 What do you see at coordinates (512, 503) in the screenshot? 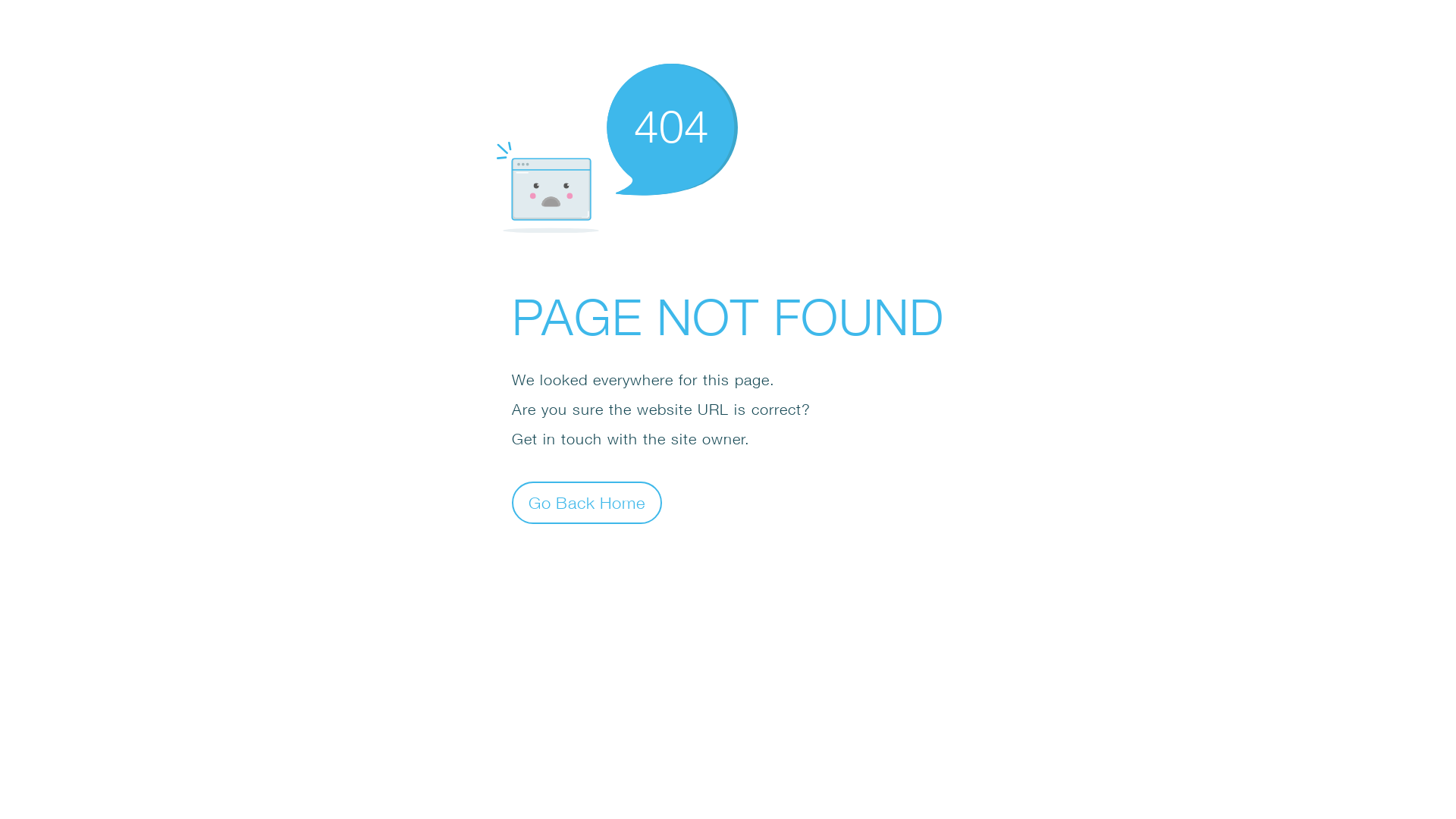
I see `'Go Back Home'` at bounding box center [512, 503].